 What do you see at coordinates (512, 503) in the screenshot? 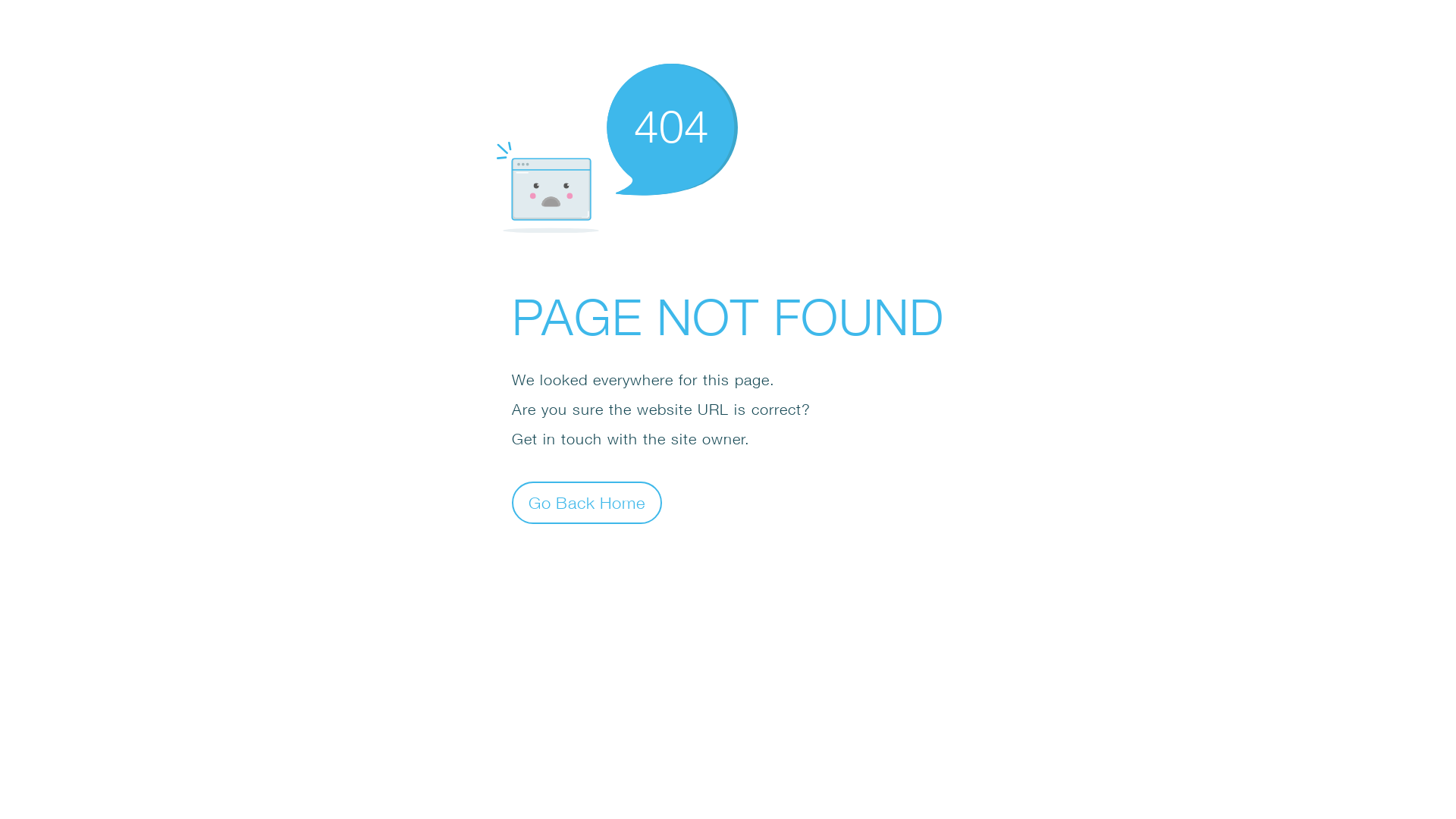
I see `'Go Back Home'` at bounding box center [512, 503].